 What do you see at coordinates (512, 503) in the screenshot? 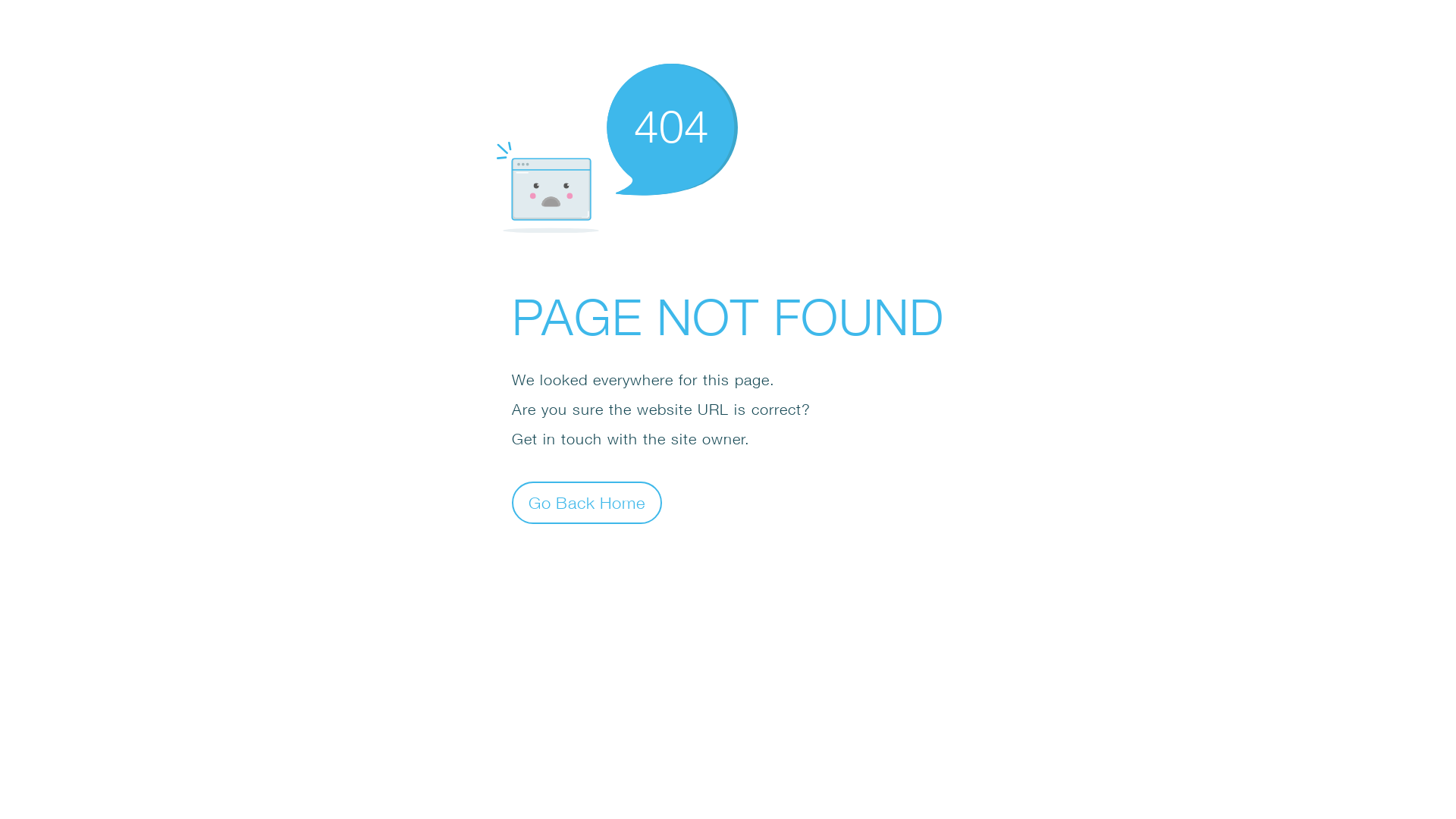
I see `'Go Back Home'` at bounding box center [512, 503].